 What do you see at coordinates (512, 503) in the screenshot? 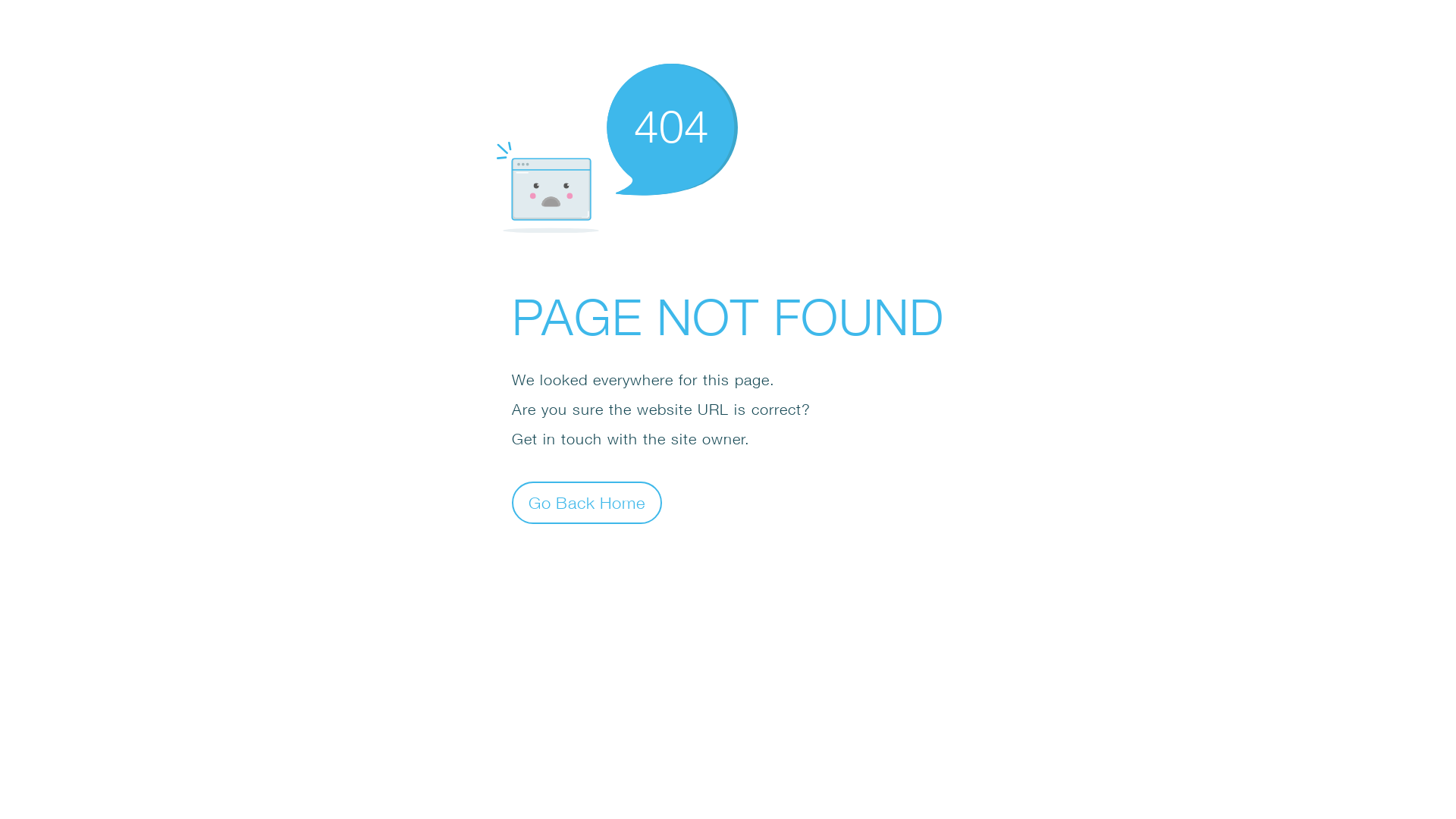
I see `'Go Back Home'` at bounding box center [512, 503].